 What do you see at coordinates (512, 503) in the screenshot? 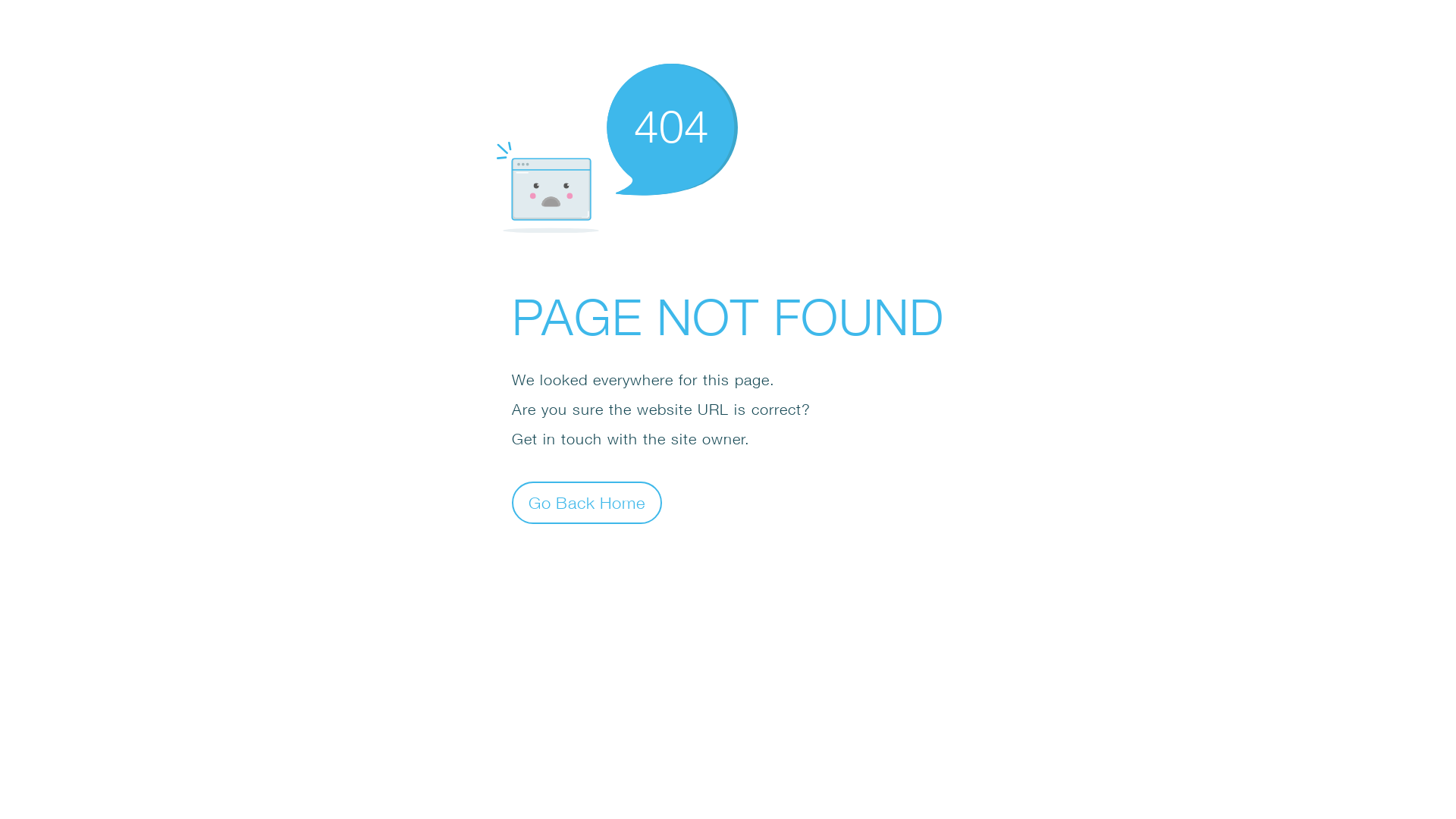
I see `'Go Back Home'` at bounding box center [512, 503].